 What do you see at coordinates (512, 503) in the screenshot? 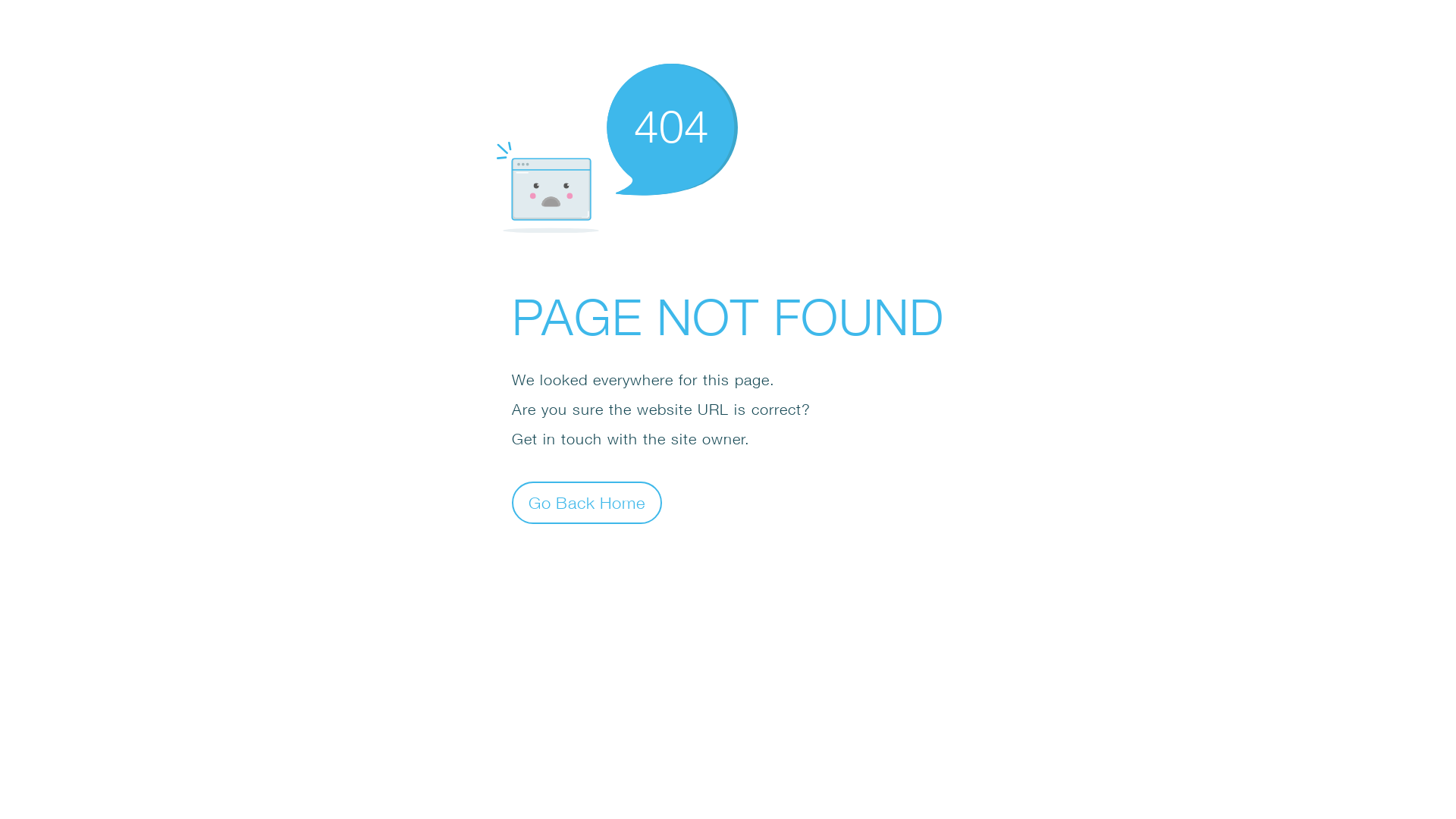
I see `'Go Back Home'` at bounding box center [512, 503].